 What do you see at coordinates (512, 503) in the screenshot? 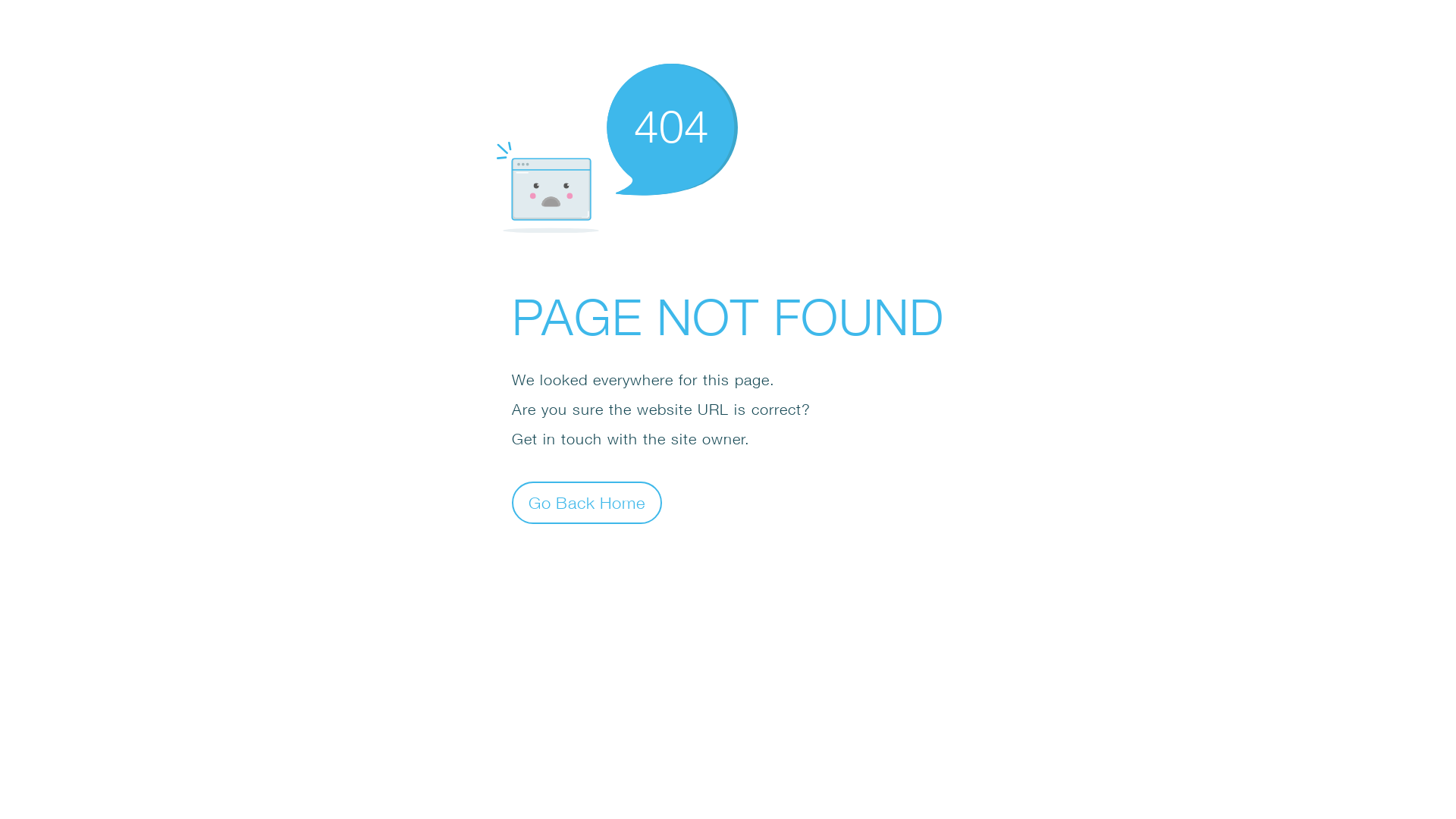
I see `'Go Back Home'` at bounding box center [512, 503].